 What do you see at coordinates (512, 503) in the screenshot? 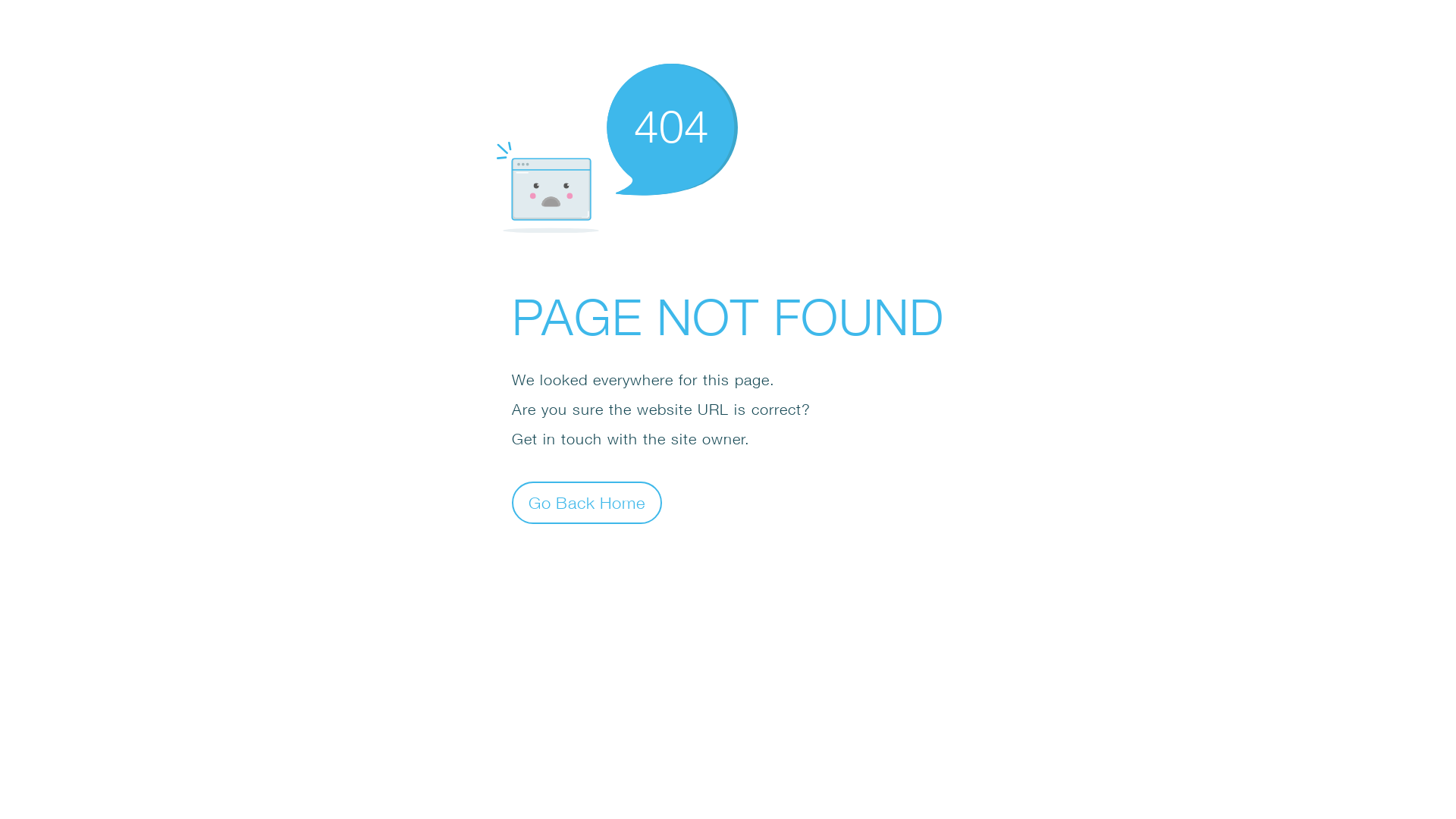
I see `'Go Back Home'` at bounding box center [512, 503].